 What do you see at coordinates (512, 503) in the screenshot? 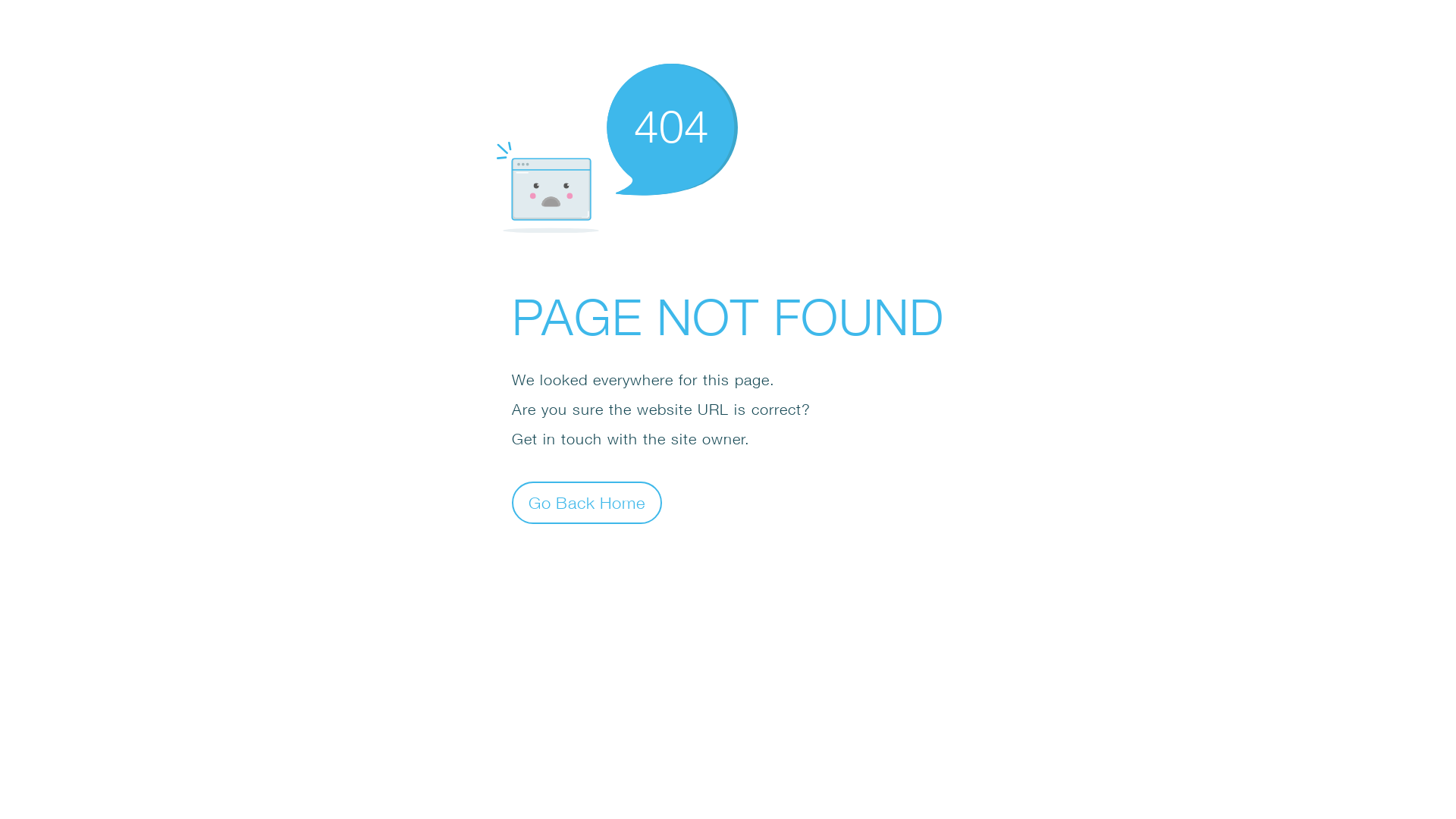
I see `'Go Back Home'` at bounding box center [512, 503].